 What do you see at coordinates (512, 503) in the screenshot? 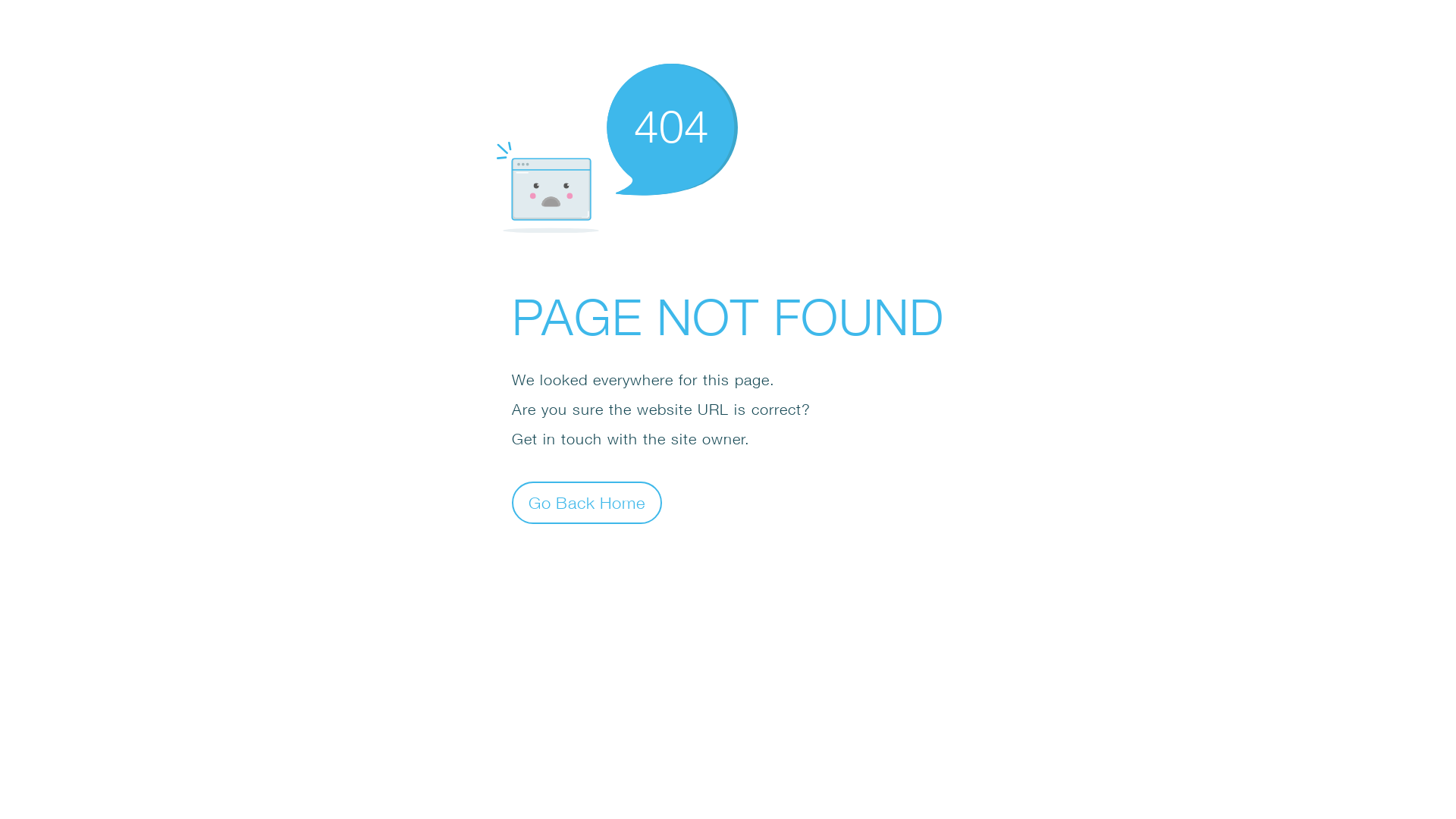
I see `'Go Back Home'` at bounding box center [512, 503].